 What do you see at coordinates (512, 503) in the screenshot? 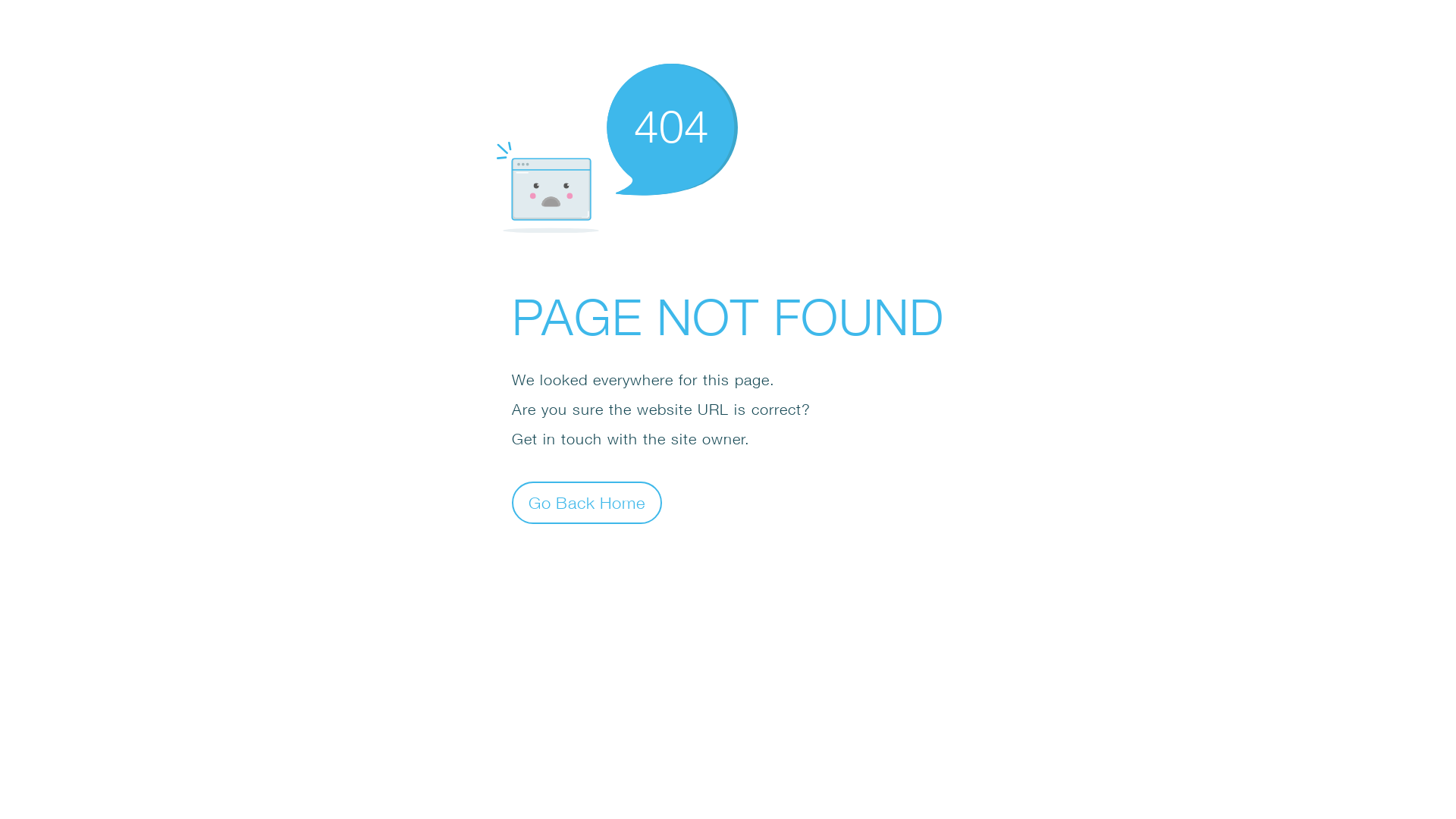
I see `'Go Back Home'` at bounding box center [512, 503].